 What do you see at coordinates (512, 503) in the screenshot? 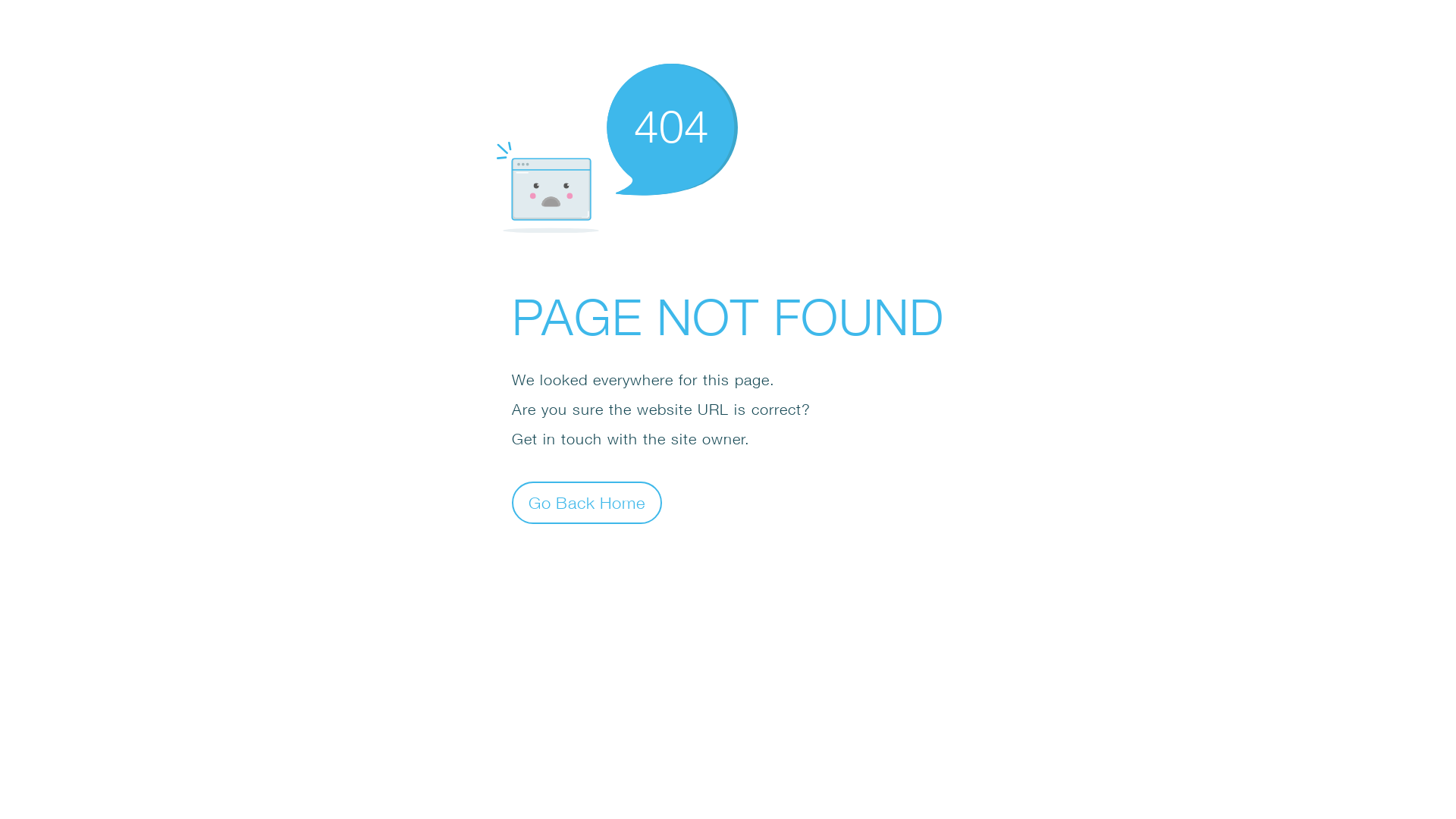
I see `'Go Back Home'` at bounding box center [512, 503].